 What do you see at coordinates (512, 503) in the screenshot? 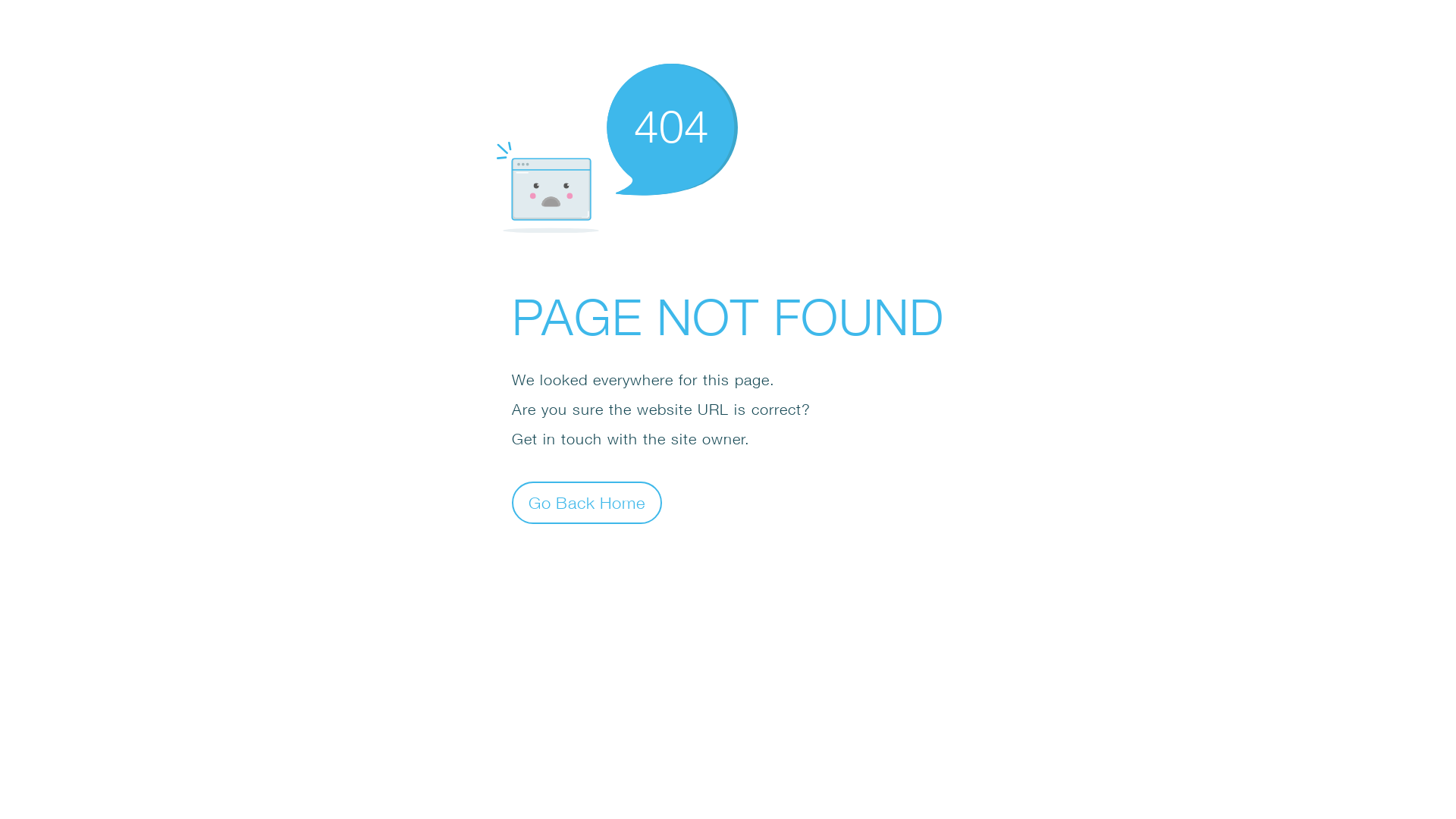
I see `'Go Back Home'` at bounding box center [512, 503].